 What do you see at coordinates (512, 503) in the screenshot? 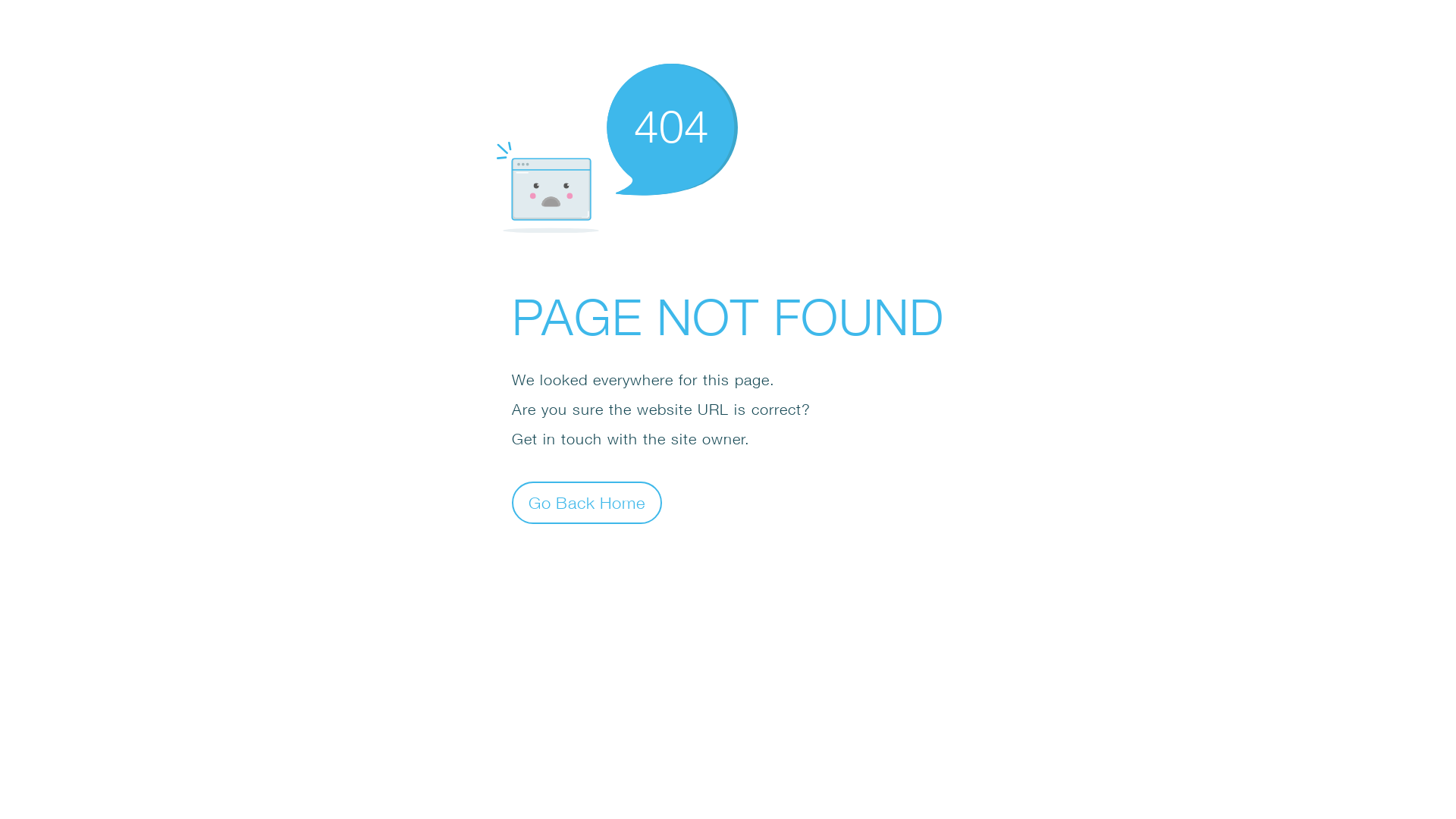
I see `'Go Back Home'` at bounding box center [512, 503].